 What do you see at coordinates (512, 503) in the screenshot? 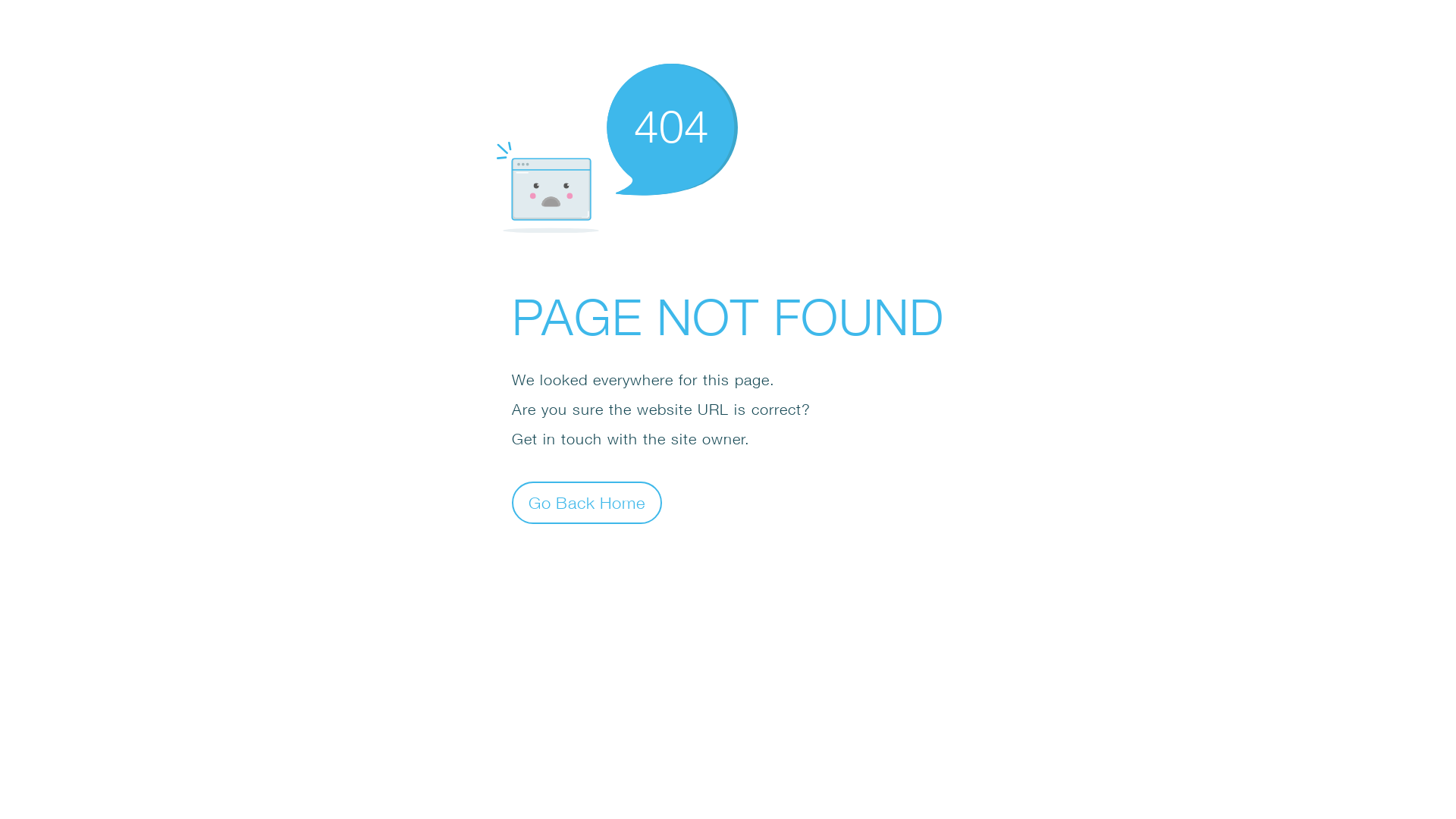
I see `'Go Back Home'` at bounding box center [512, 503].